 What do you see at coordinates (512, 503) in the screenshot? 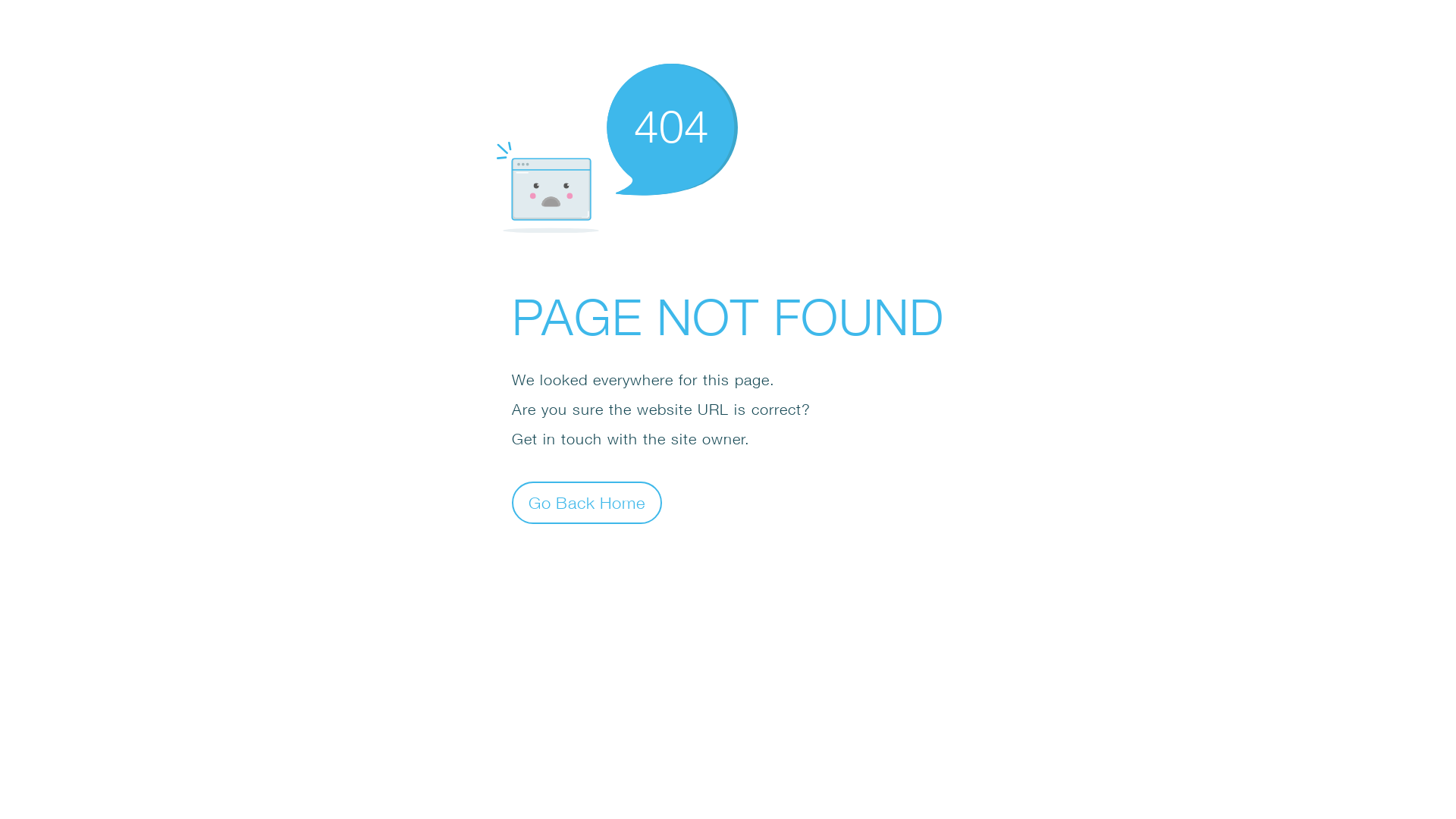
I see `'Go Back Home'` at bounding box center [512, 503].